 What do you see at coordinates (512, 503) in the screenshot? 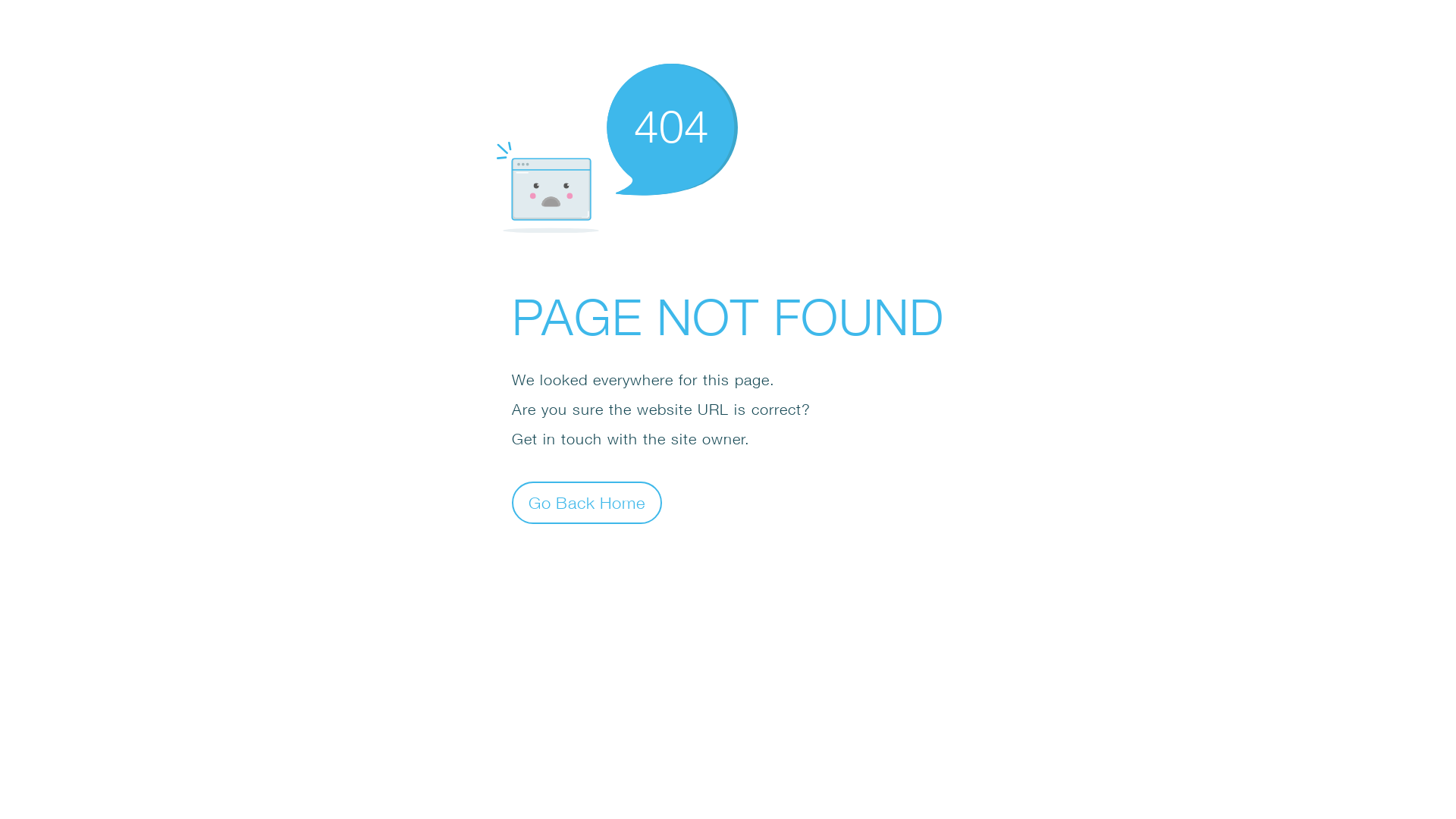
I see `'Go Back Home'` at bounding box center [512, 503].